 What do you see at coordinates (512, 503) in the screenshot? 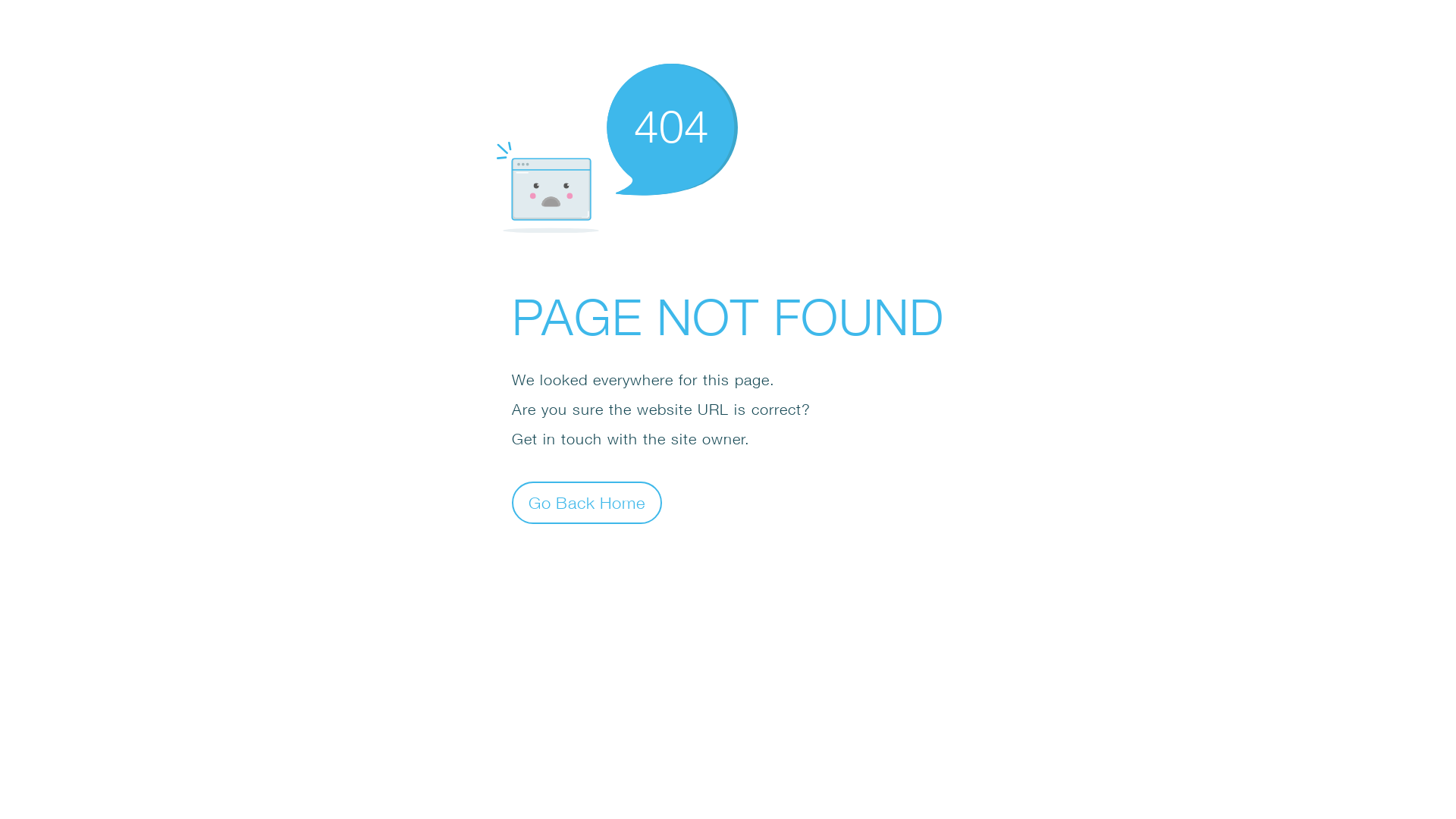
I see `'Go Back Home'` at bounding box center [512, 503].